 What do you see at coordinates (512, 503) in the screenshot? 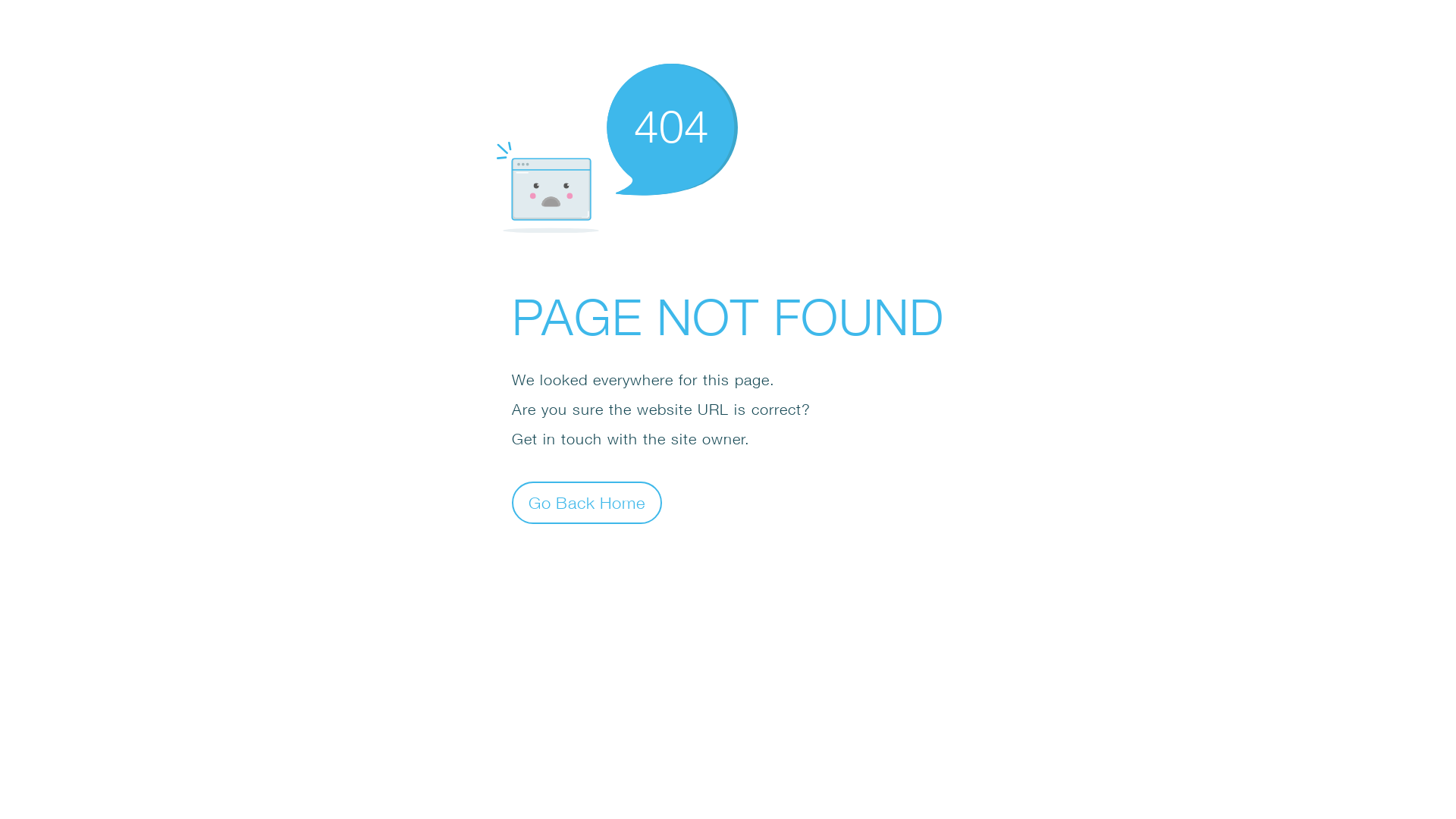
I see `'Go Back Home'` at bounding box center [512, 503].